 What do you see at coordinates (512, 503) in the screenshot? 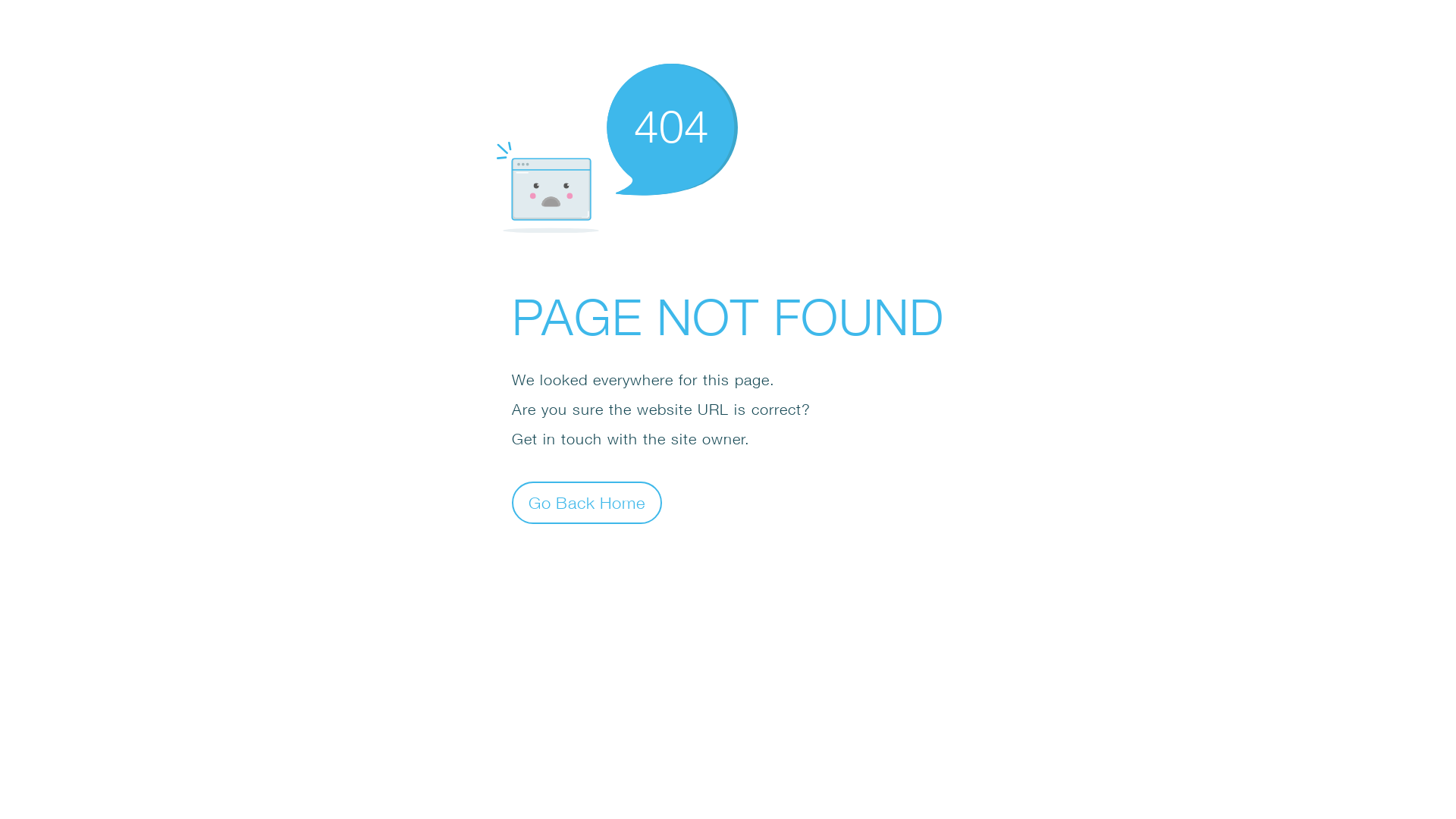
I see `'Go Back Home'` at bounding box center [512, 503].